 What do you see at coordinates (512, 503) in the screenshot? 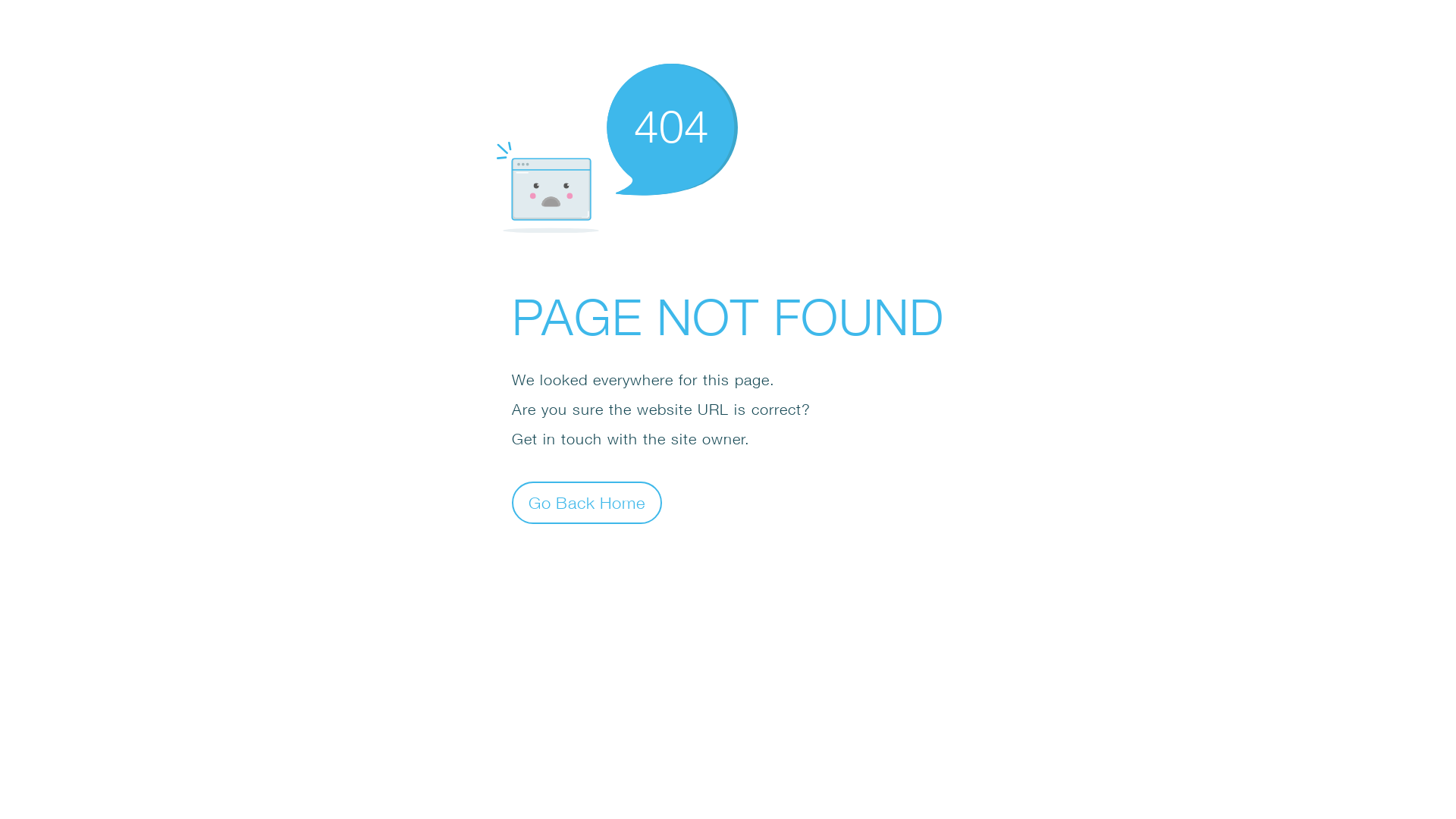
I see `'Go Back Home'` at bounding box center [512, 503].